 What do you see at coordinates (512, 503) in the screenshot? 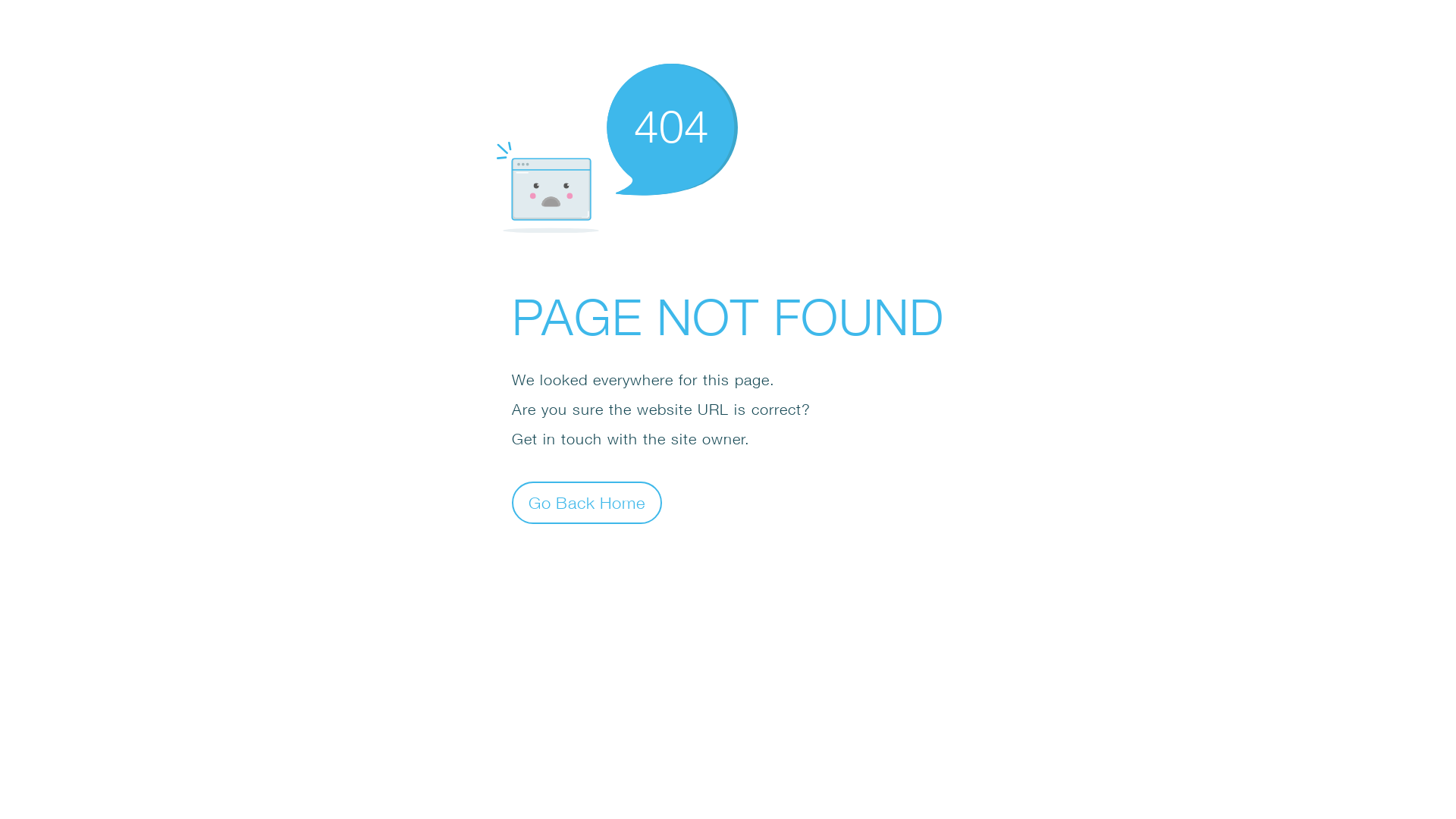
I see `'Go Back Home'` at bounding box center [512, 503].